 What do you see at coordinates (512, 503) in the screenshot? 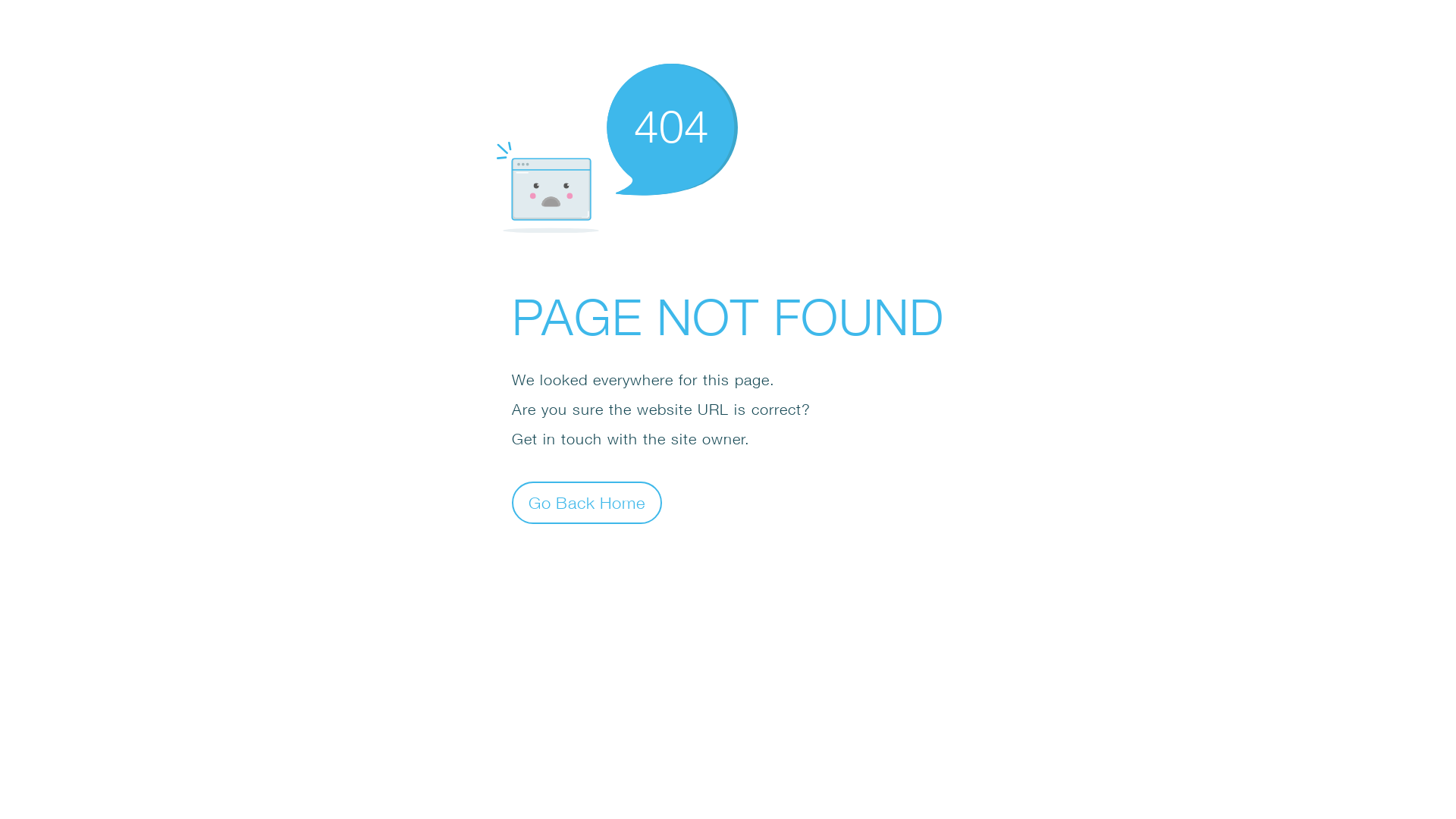
I see `'Go Back Home'` at bounding box center [512, 503].